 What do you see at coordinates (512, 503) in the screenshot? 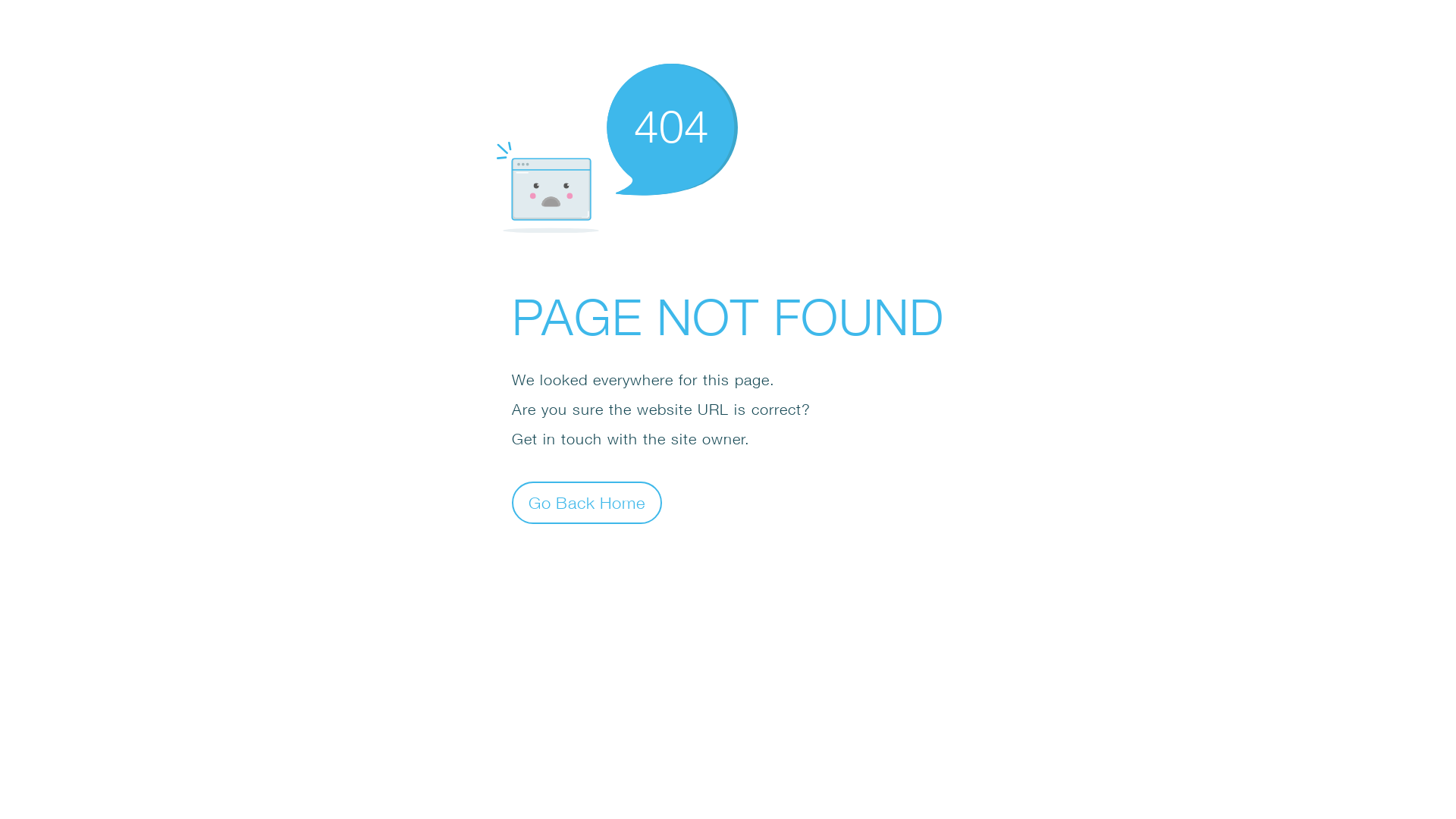
I see `'Go Back Home'` at bounding box center [512, 503].